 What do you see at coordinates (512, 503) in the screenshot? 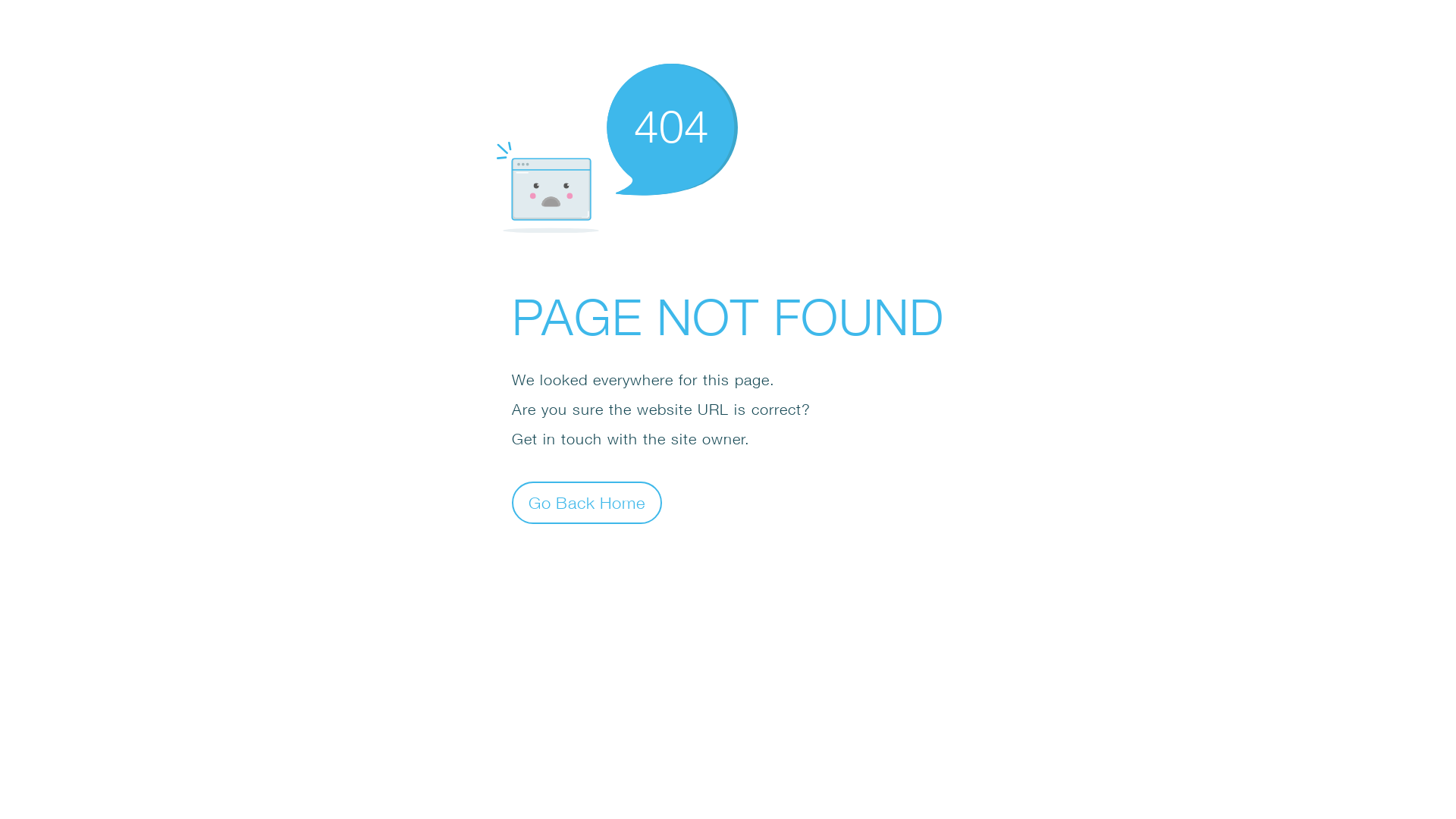
I see `'Go Back Home'` at bounding box center [512, 503].